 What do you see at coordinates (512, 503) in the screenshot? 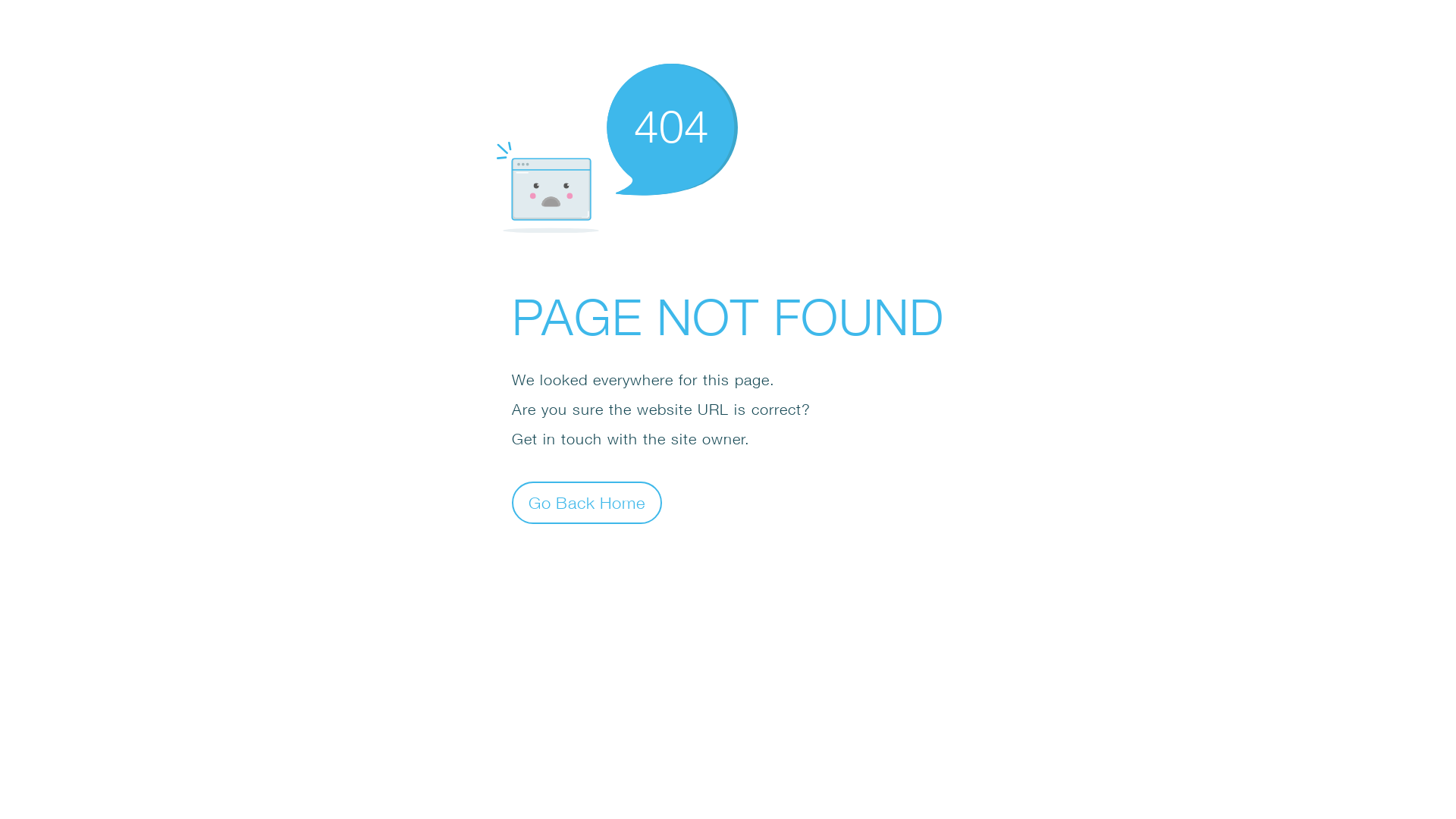
I see `'Go Back Home'` at bounding box center [512, 503].